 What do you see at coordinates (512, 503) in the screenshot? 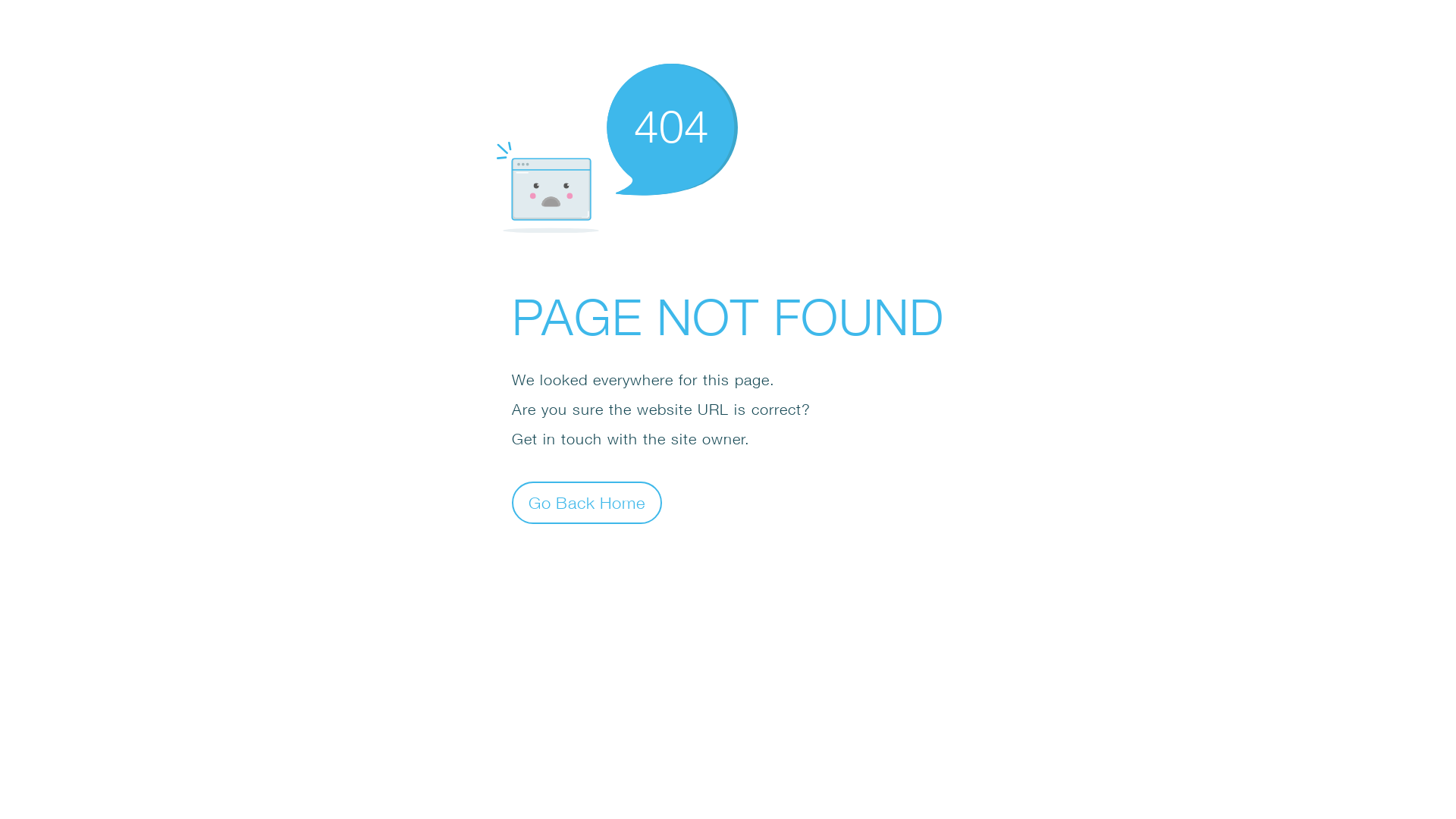
I see `'Go Back Home'` at bounding box center [512, 503].